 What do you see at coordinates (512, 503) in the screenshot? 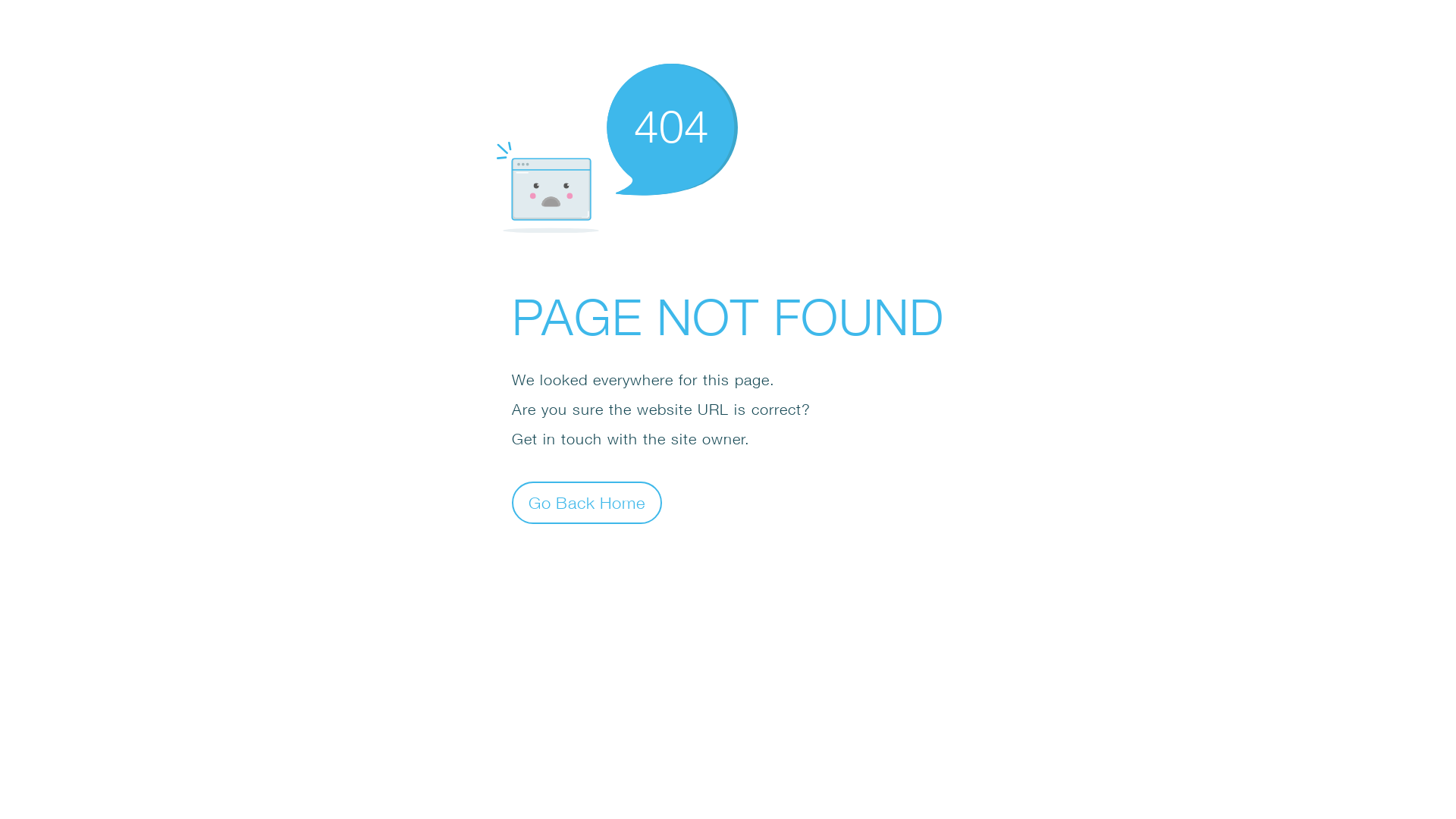
I see `'Go Back Home'` at bounding box center [512, 503].